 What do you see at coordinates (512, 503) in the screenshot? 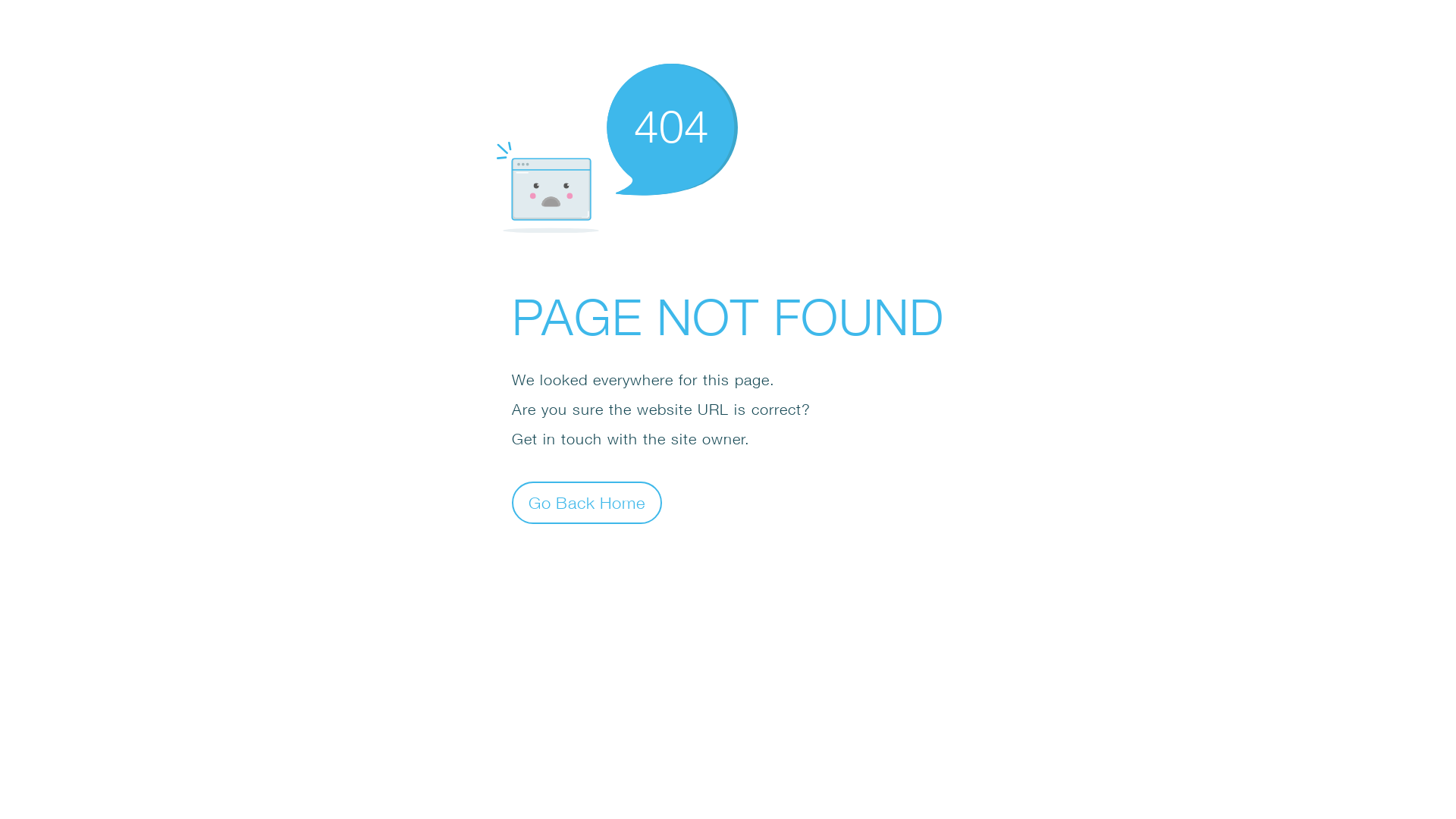
I see `'Go Back Home'` at bounding box center [512, 503].